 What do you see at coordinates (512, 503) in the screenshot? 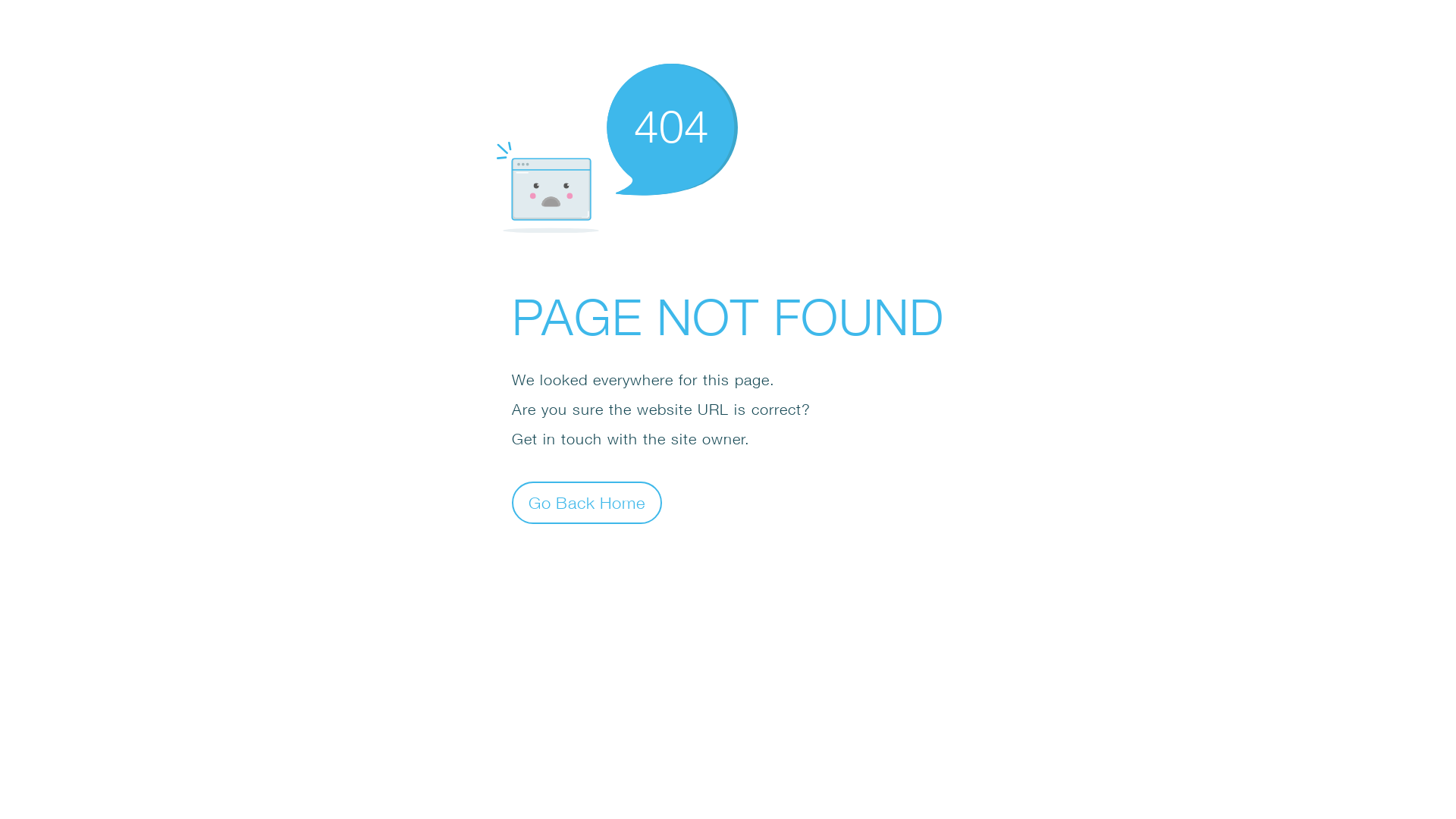
I see `'Go Back Home'` at bounding box center [512, 503].